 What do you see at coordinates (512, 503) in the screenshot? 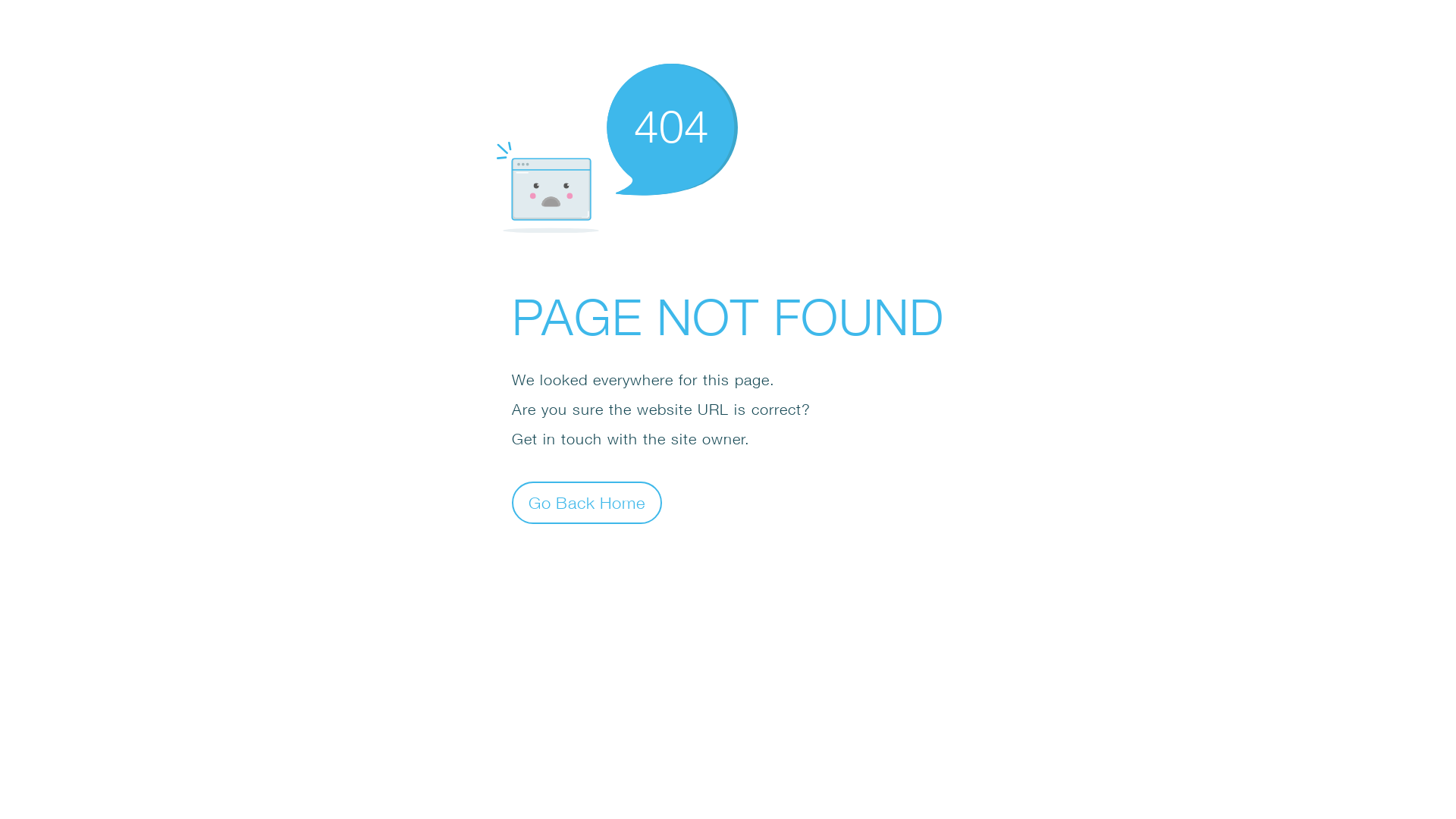
I see `'Go Back Home'` at bounding box center [512, 503].